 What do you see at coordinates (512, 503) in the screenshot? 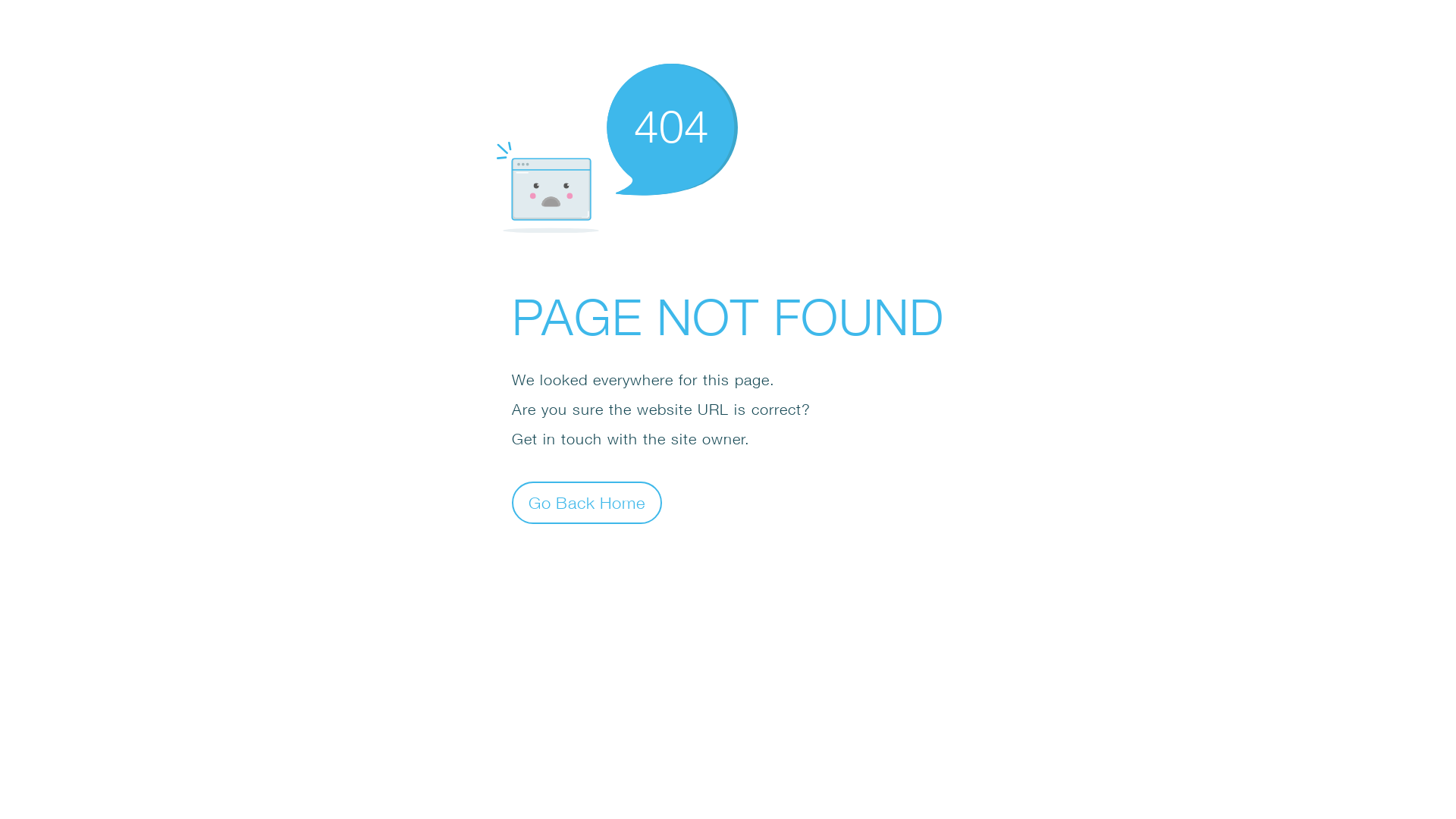
I see `'Go Back Home'` at bounding box center [512, 503].